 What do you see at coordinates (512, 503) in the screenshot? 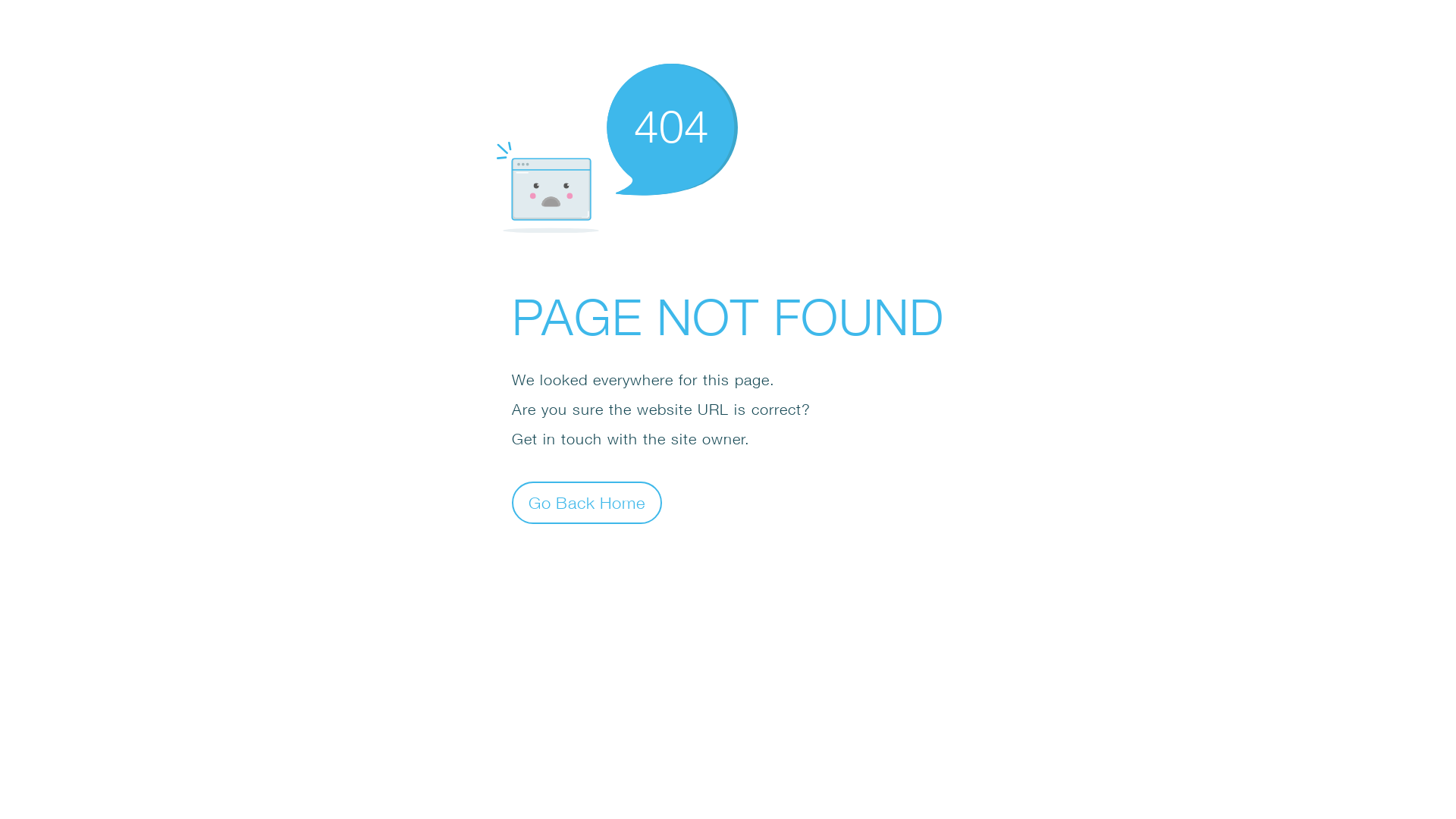
I see `'Go Back Home'` at bounding box center [512, 503].